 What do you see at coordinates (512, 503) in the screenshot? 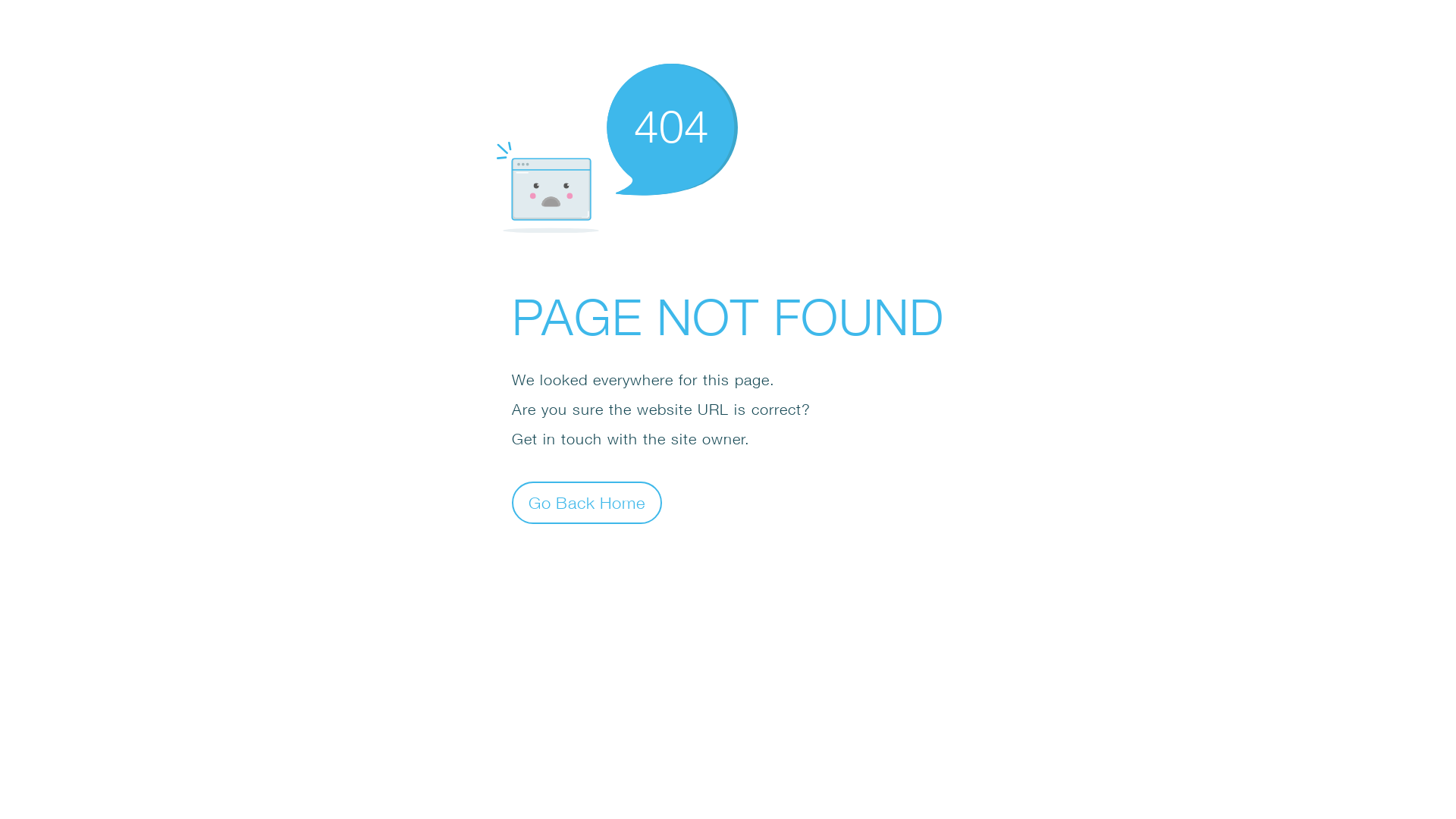
I see `'Go Back Home'` at bounding box center [512, 503].